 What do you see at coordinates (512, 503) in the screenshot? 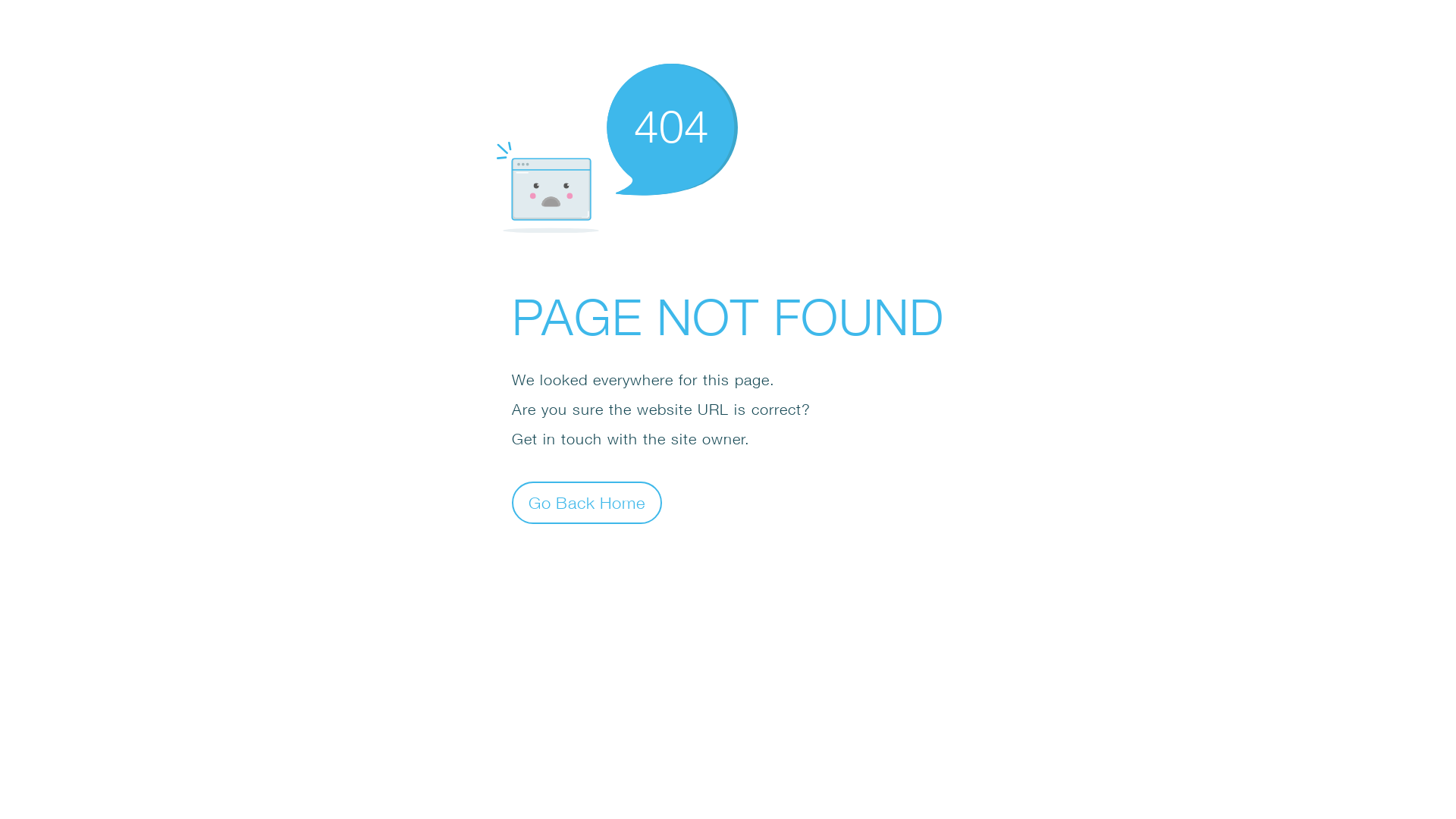
I see `'Go Back Home'` at bounding box center [512, 503].